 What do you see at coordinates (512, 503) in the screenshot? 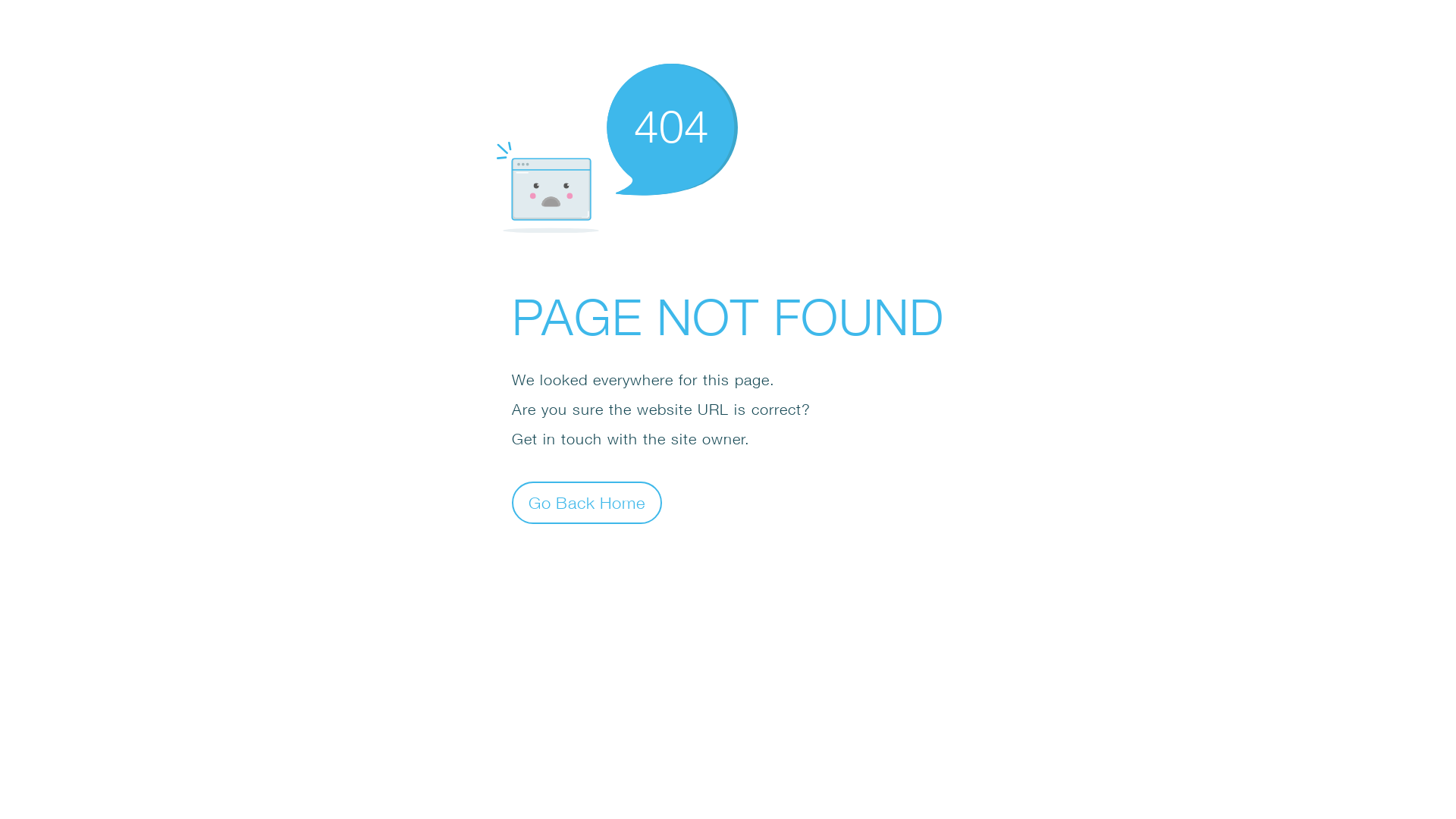
I see `'Go Back Home'` at bounding box center [512, 503].